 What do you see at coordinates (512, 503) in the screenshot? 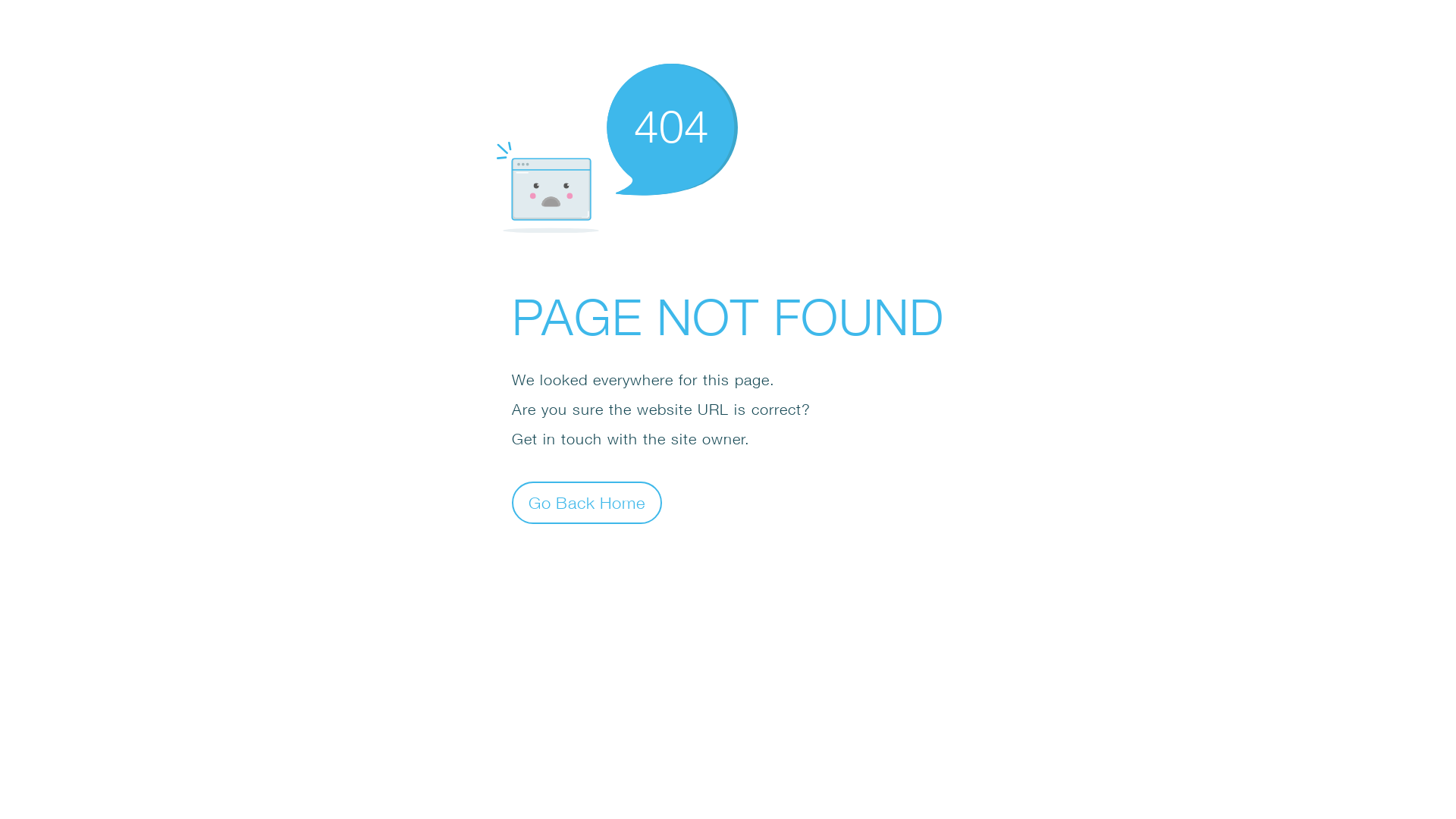
I see `'Go Back Home'` at bounding box center [512, 503].